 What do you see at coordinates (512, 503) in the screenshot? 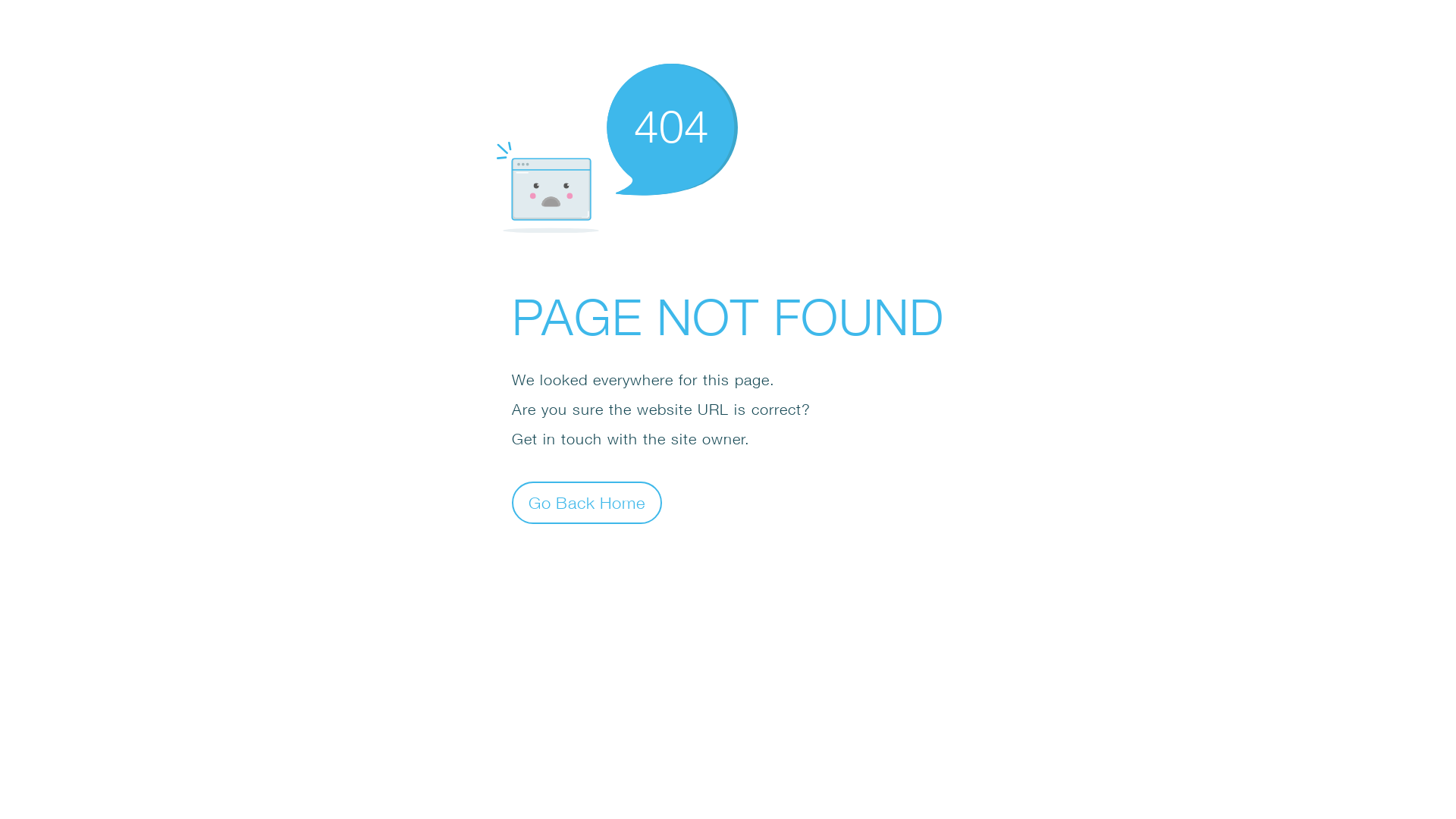
I see `'Go Back Home'` at bounding box center [512, 503].